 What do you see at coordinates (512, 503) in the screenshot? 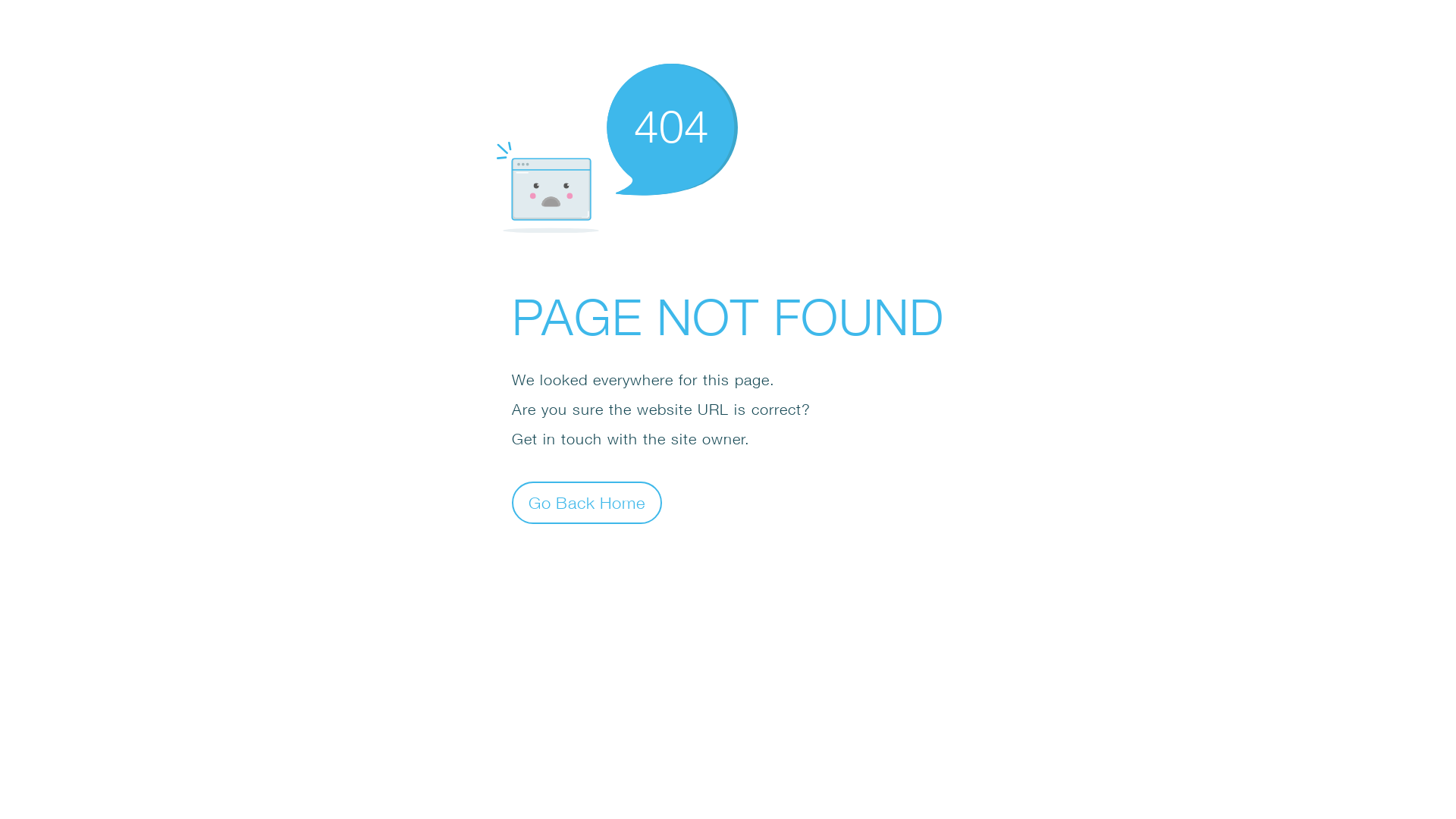
I see `'Go Back Home'` at bounding box center [512, 503].